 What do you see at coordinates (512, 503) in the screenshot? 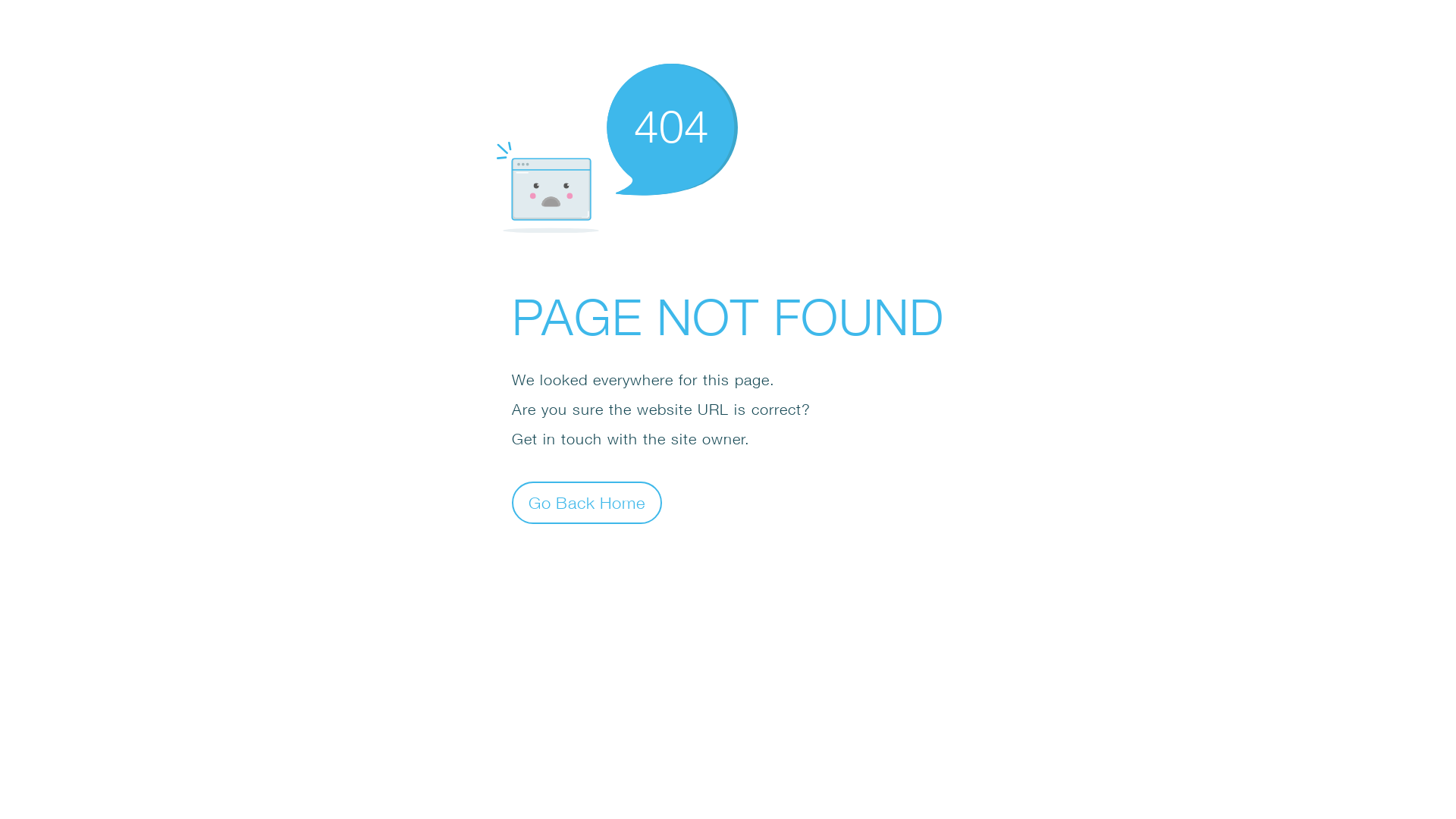
I see `'Go Back Home'` at bounding box center [512, 503].